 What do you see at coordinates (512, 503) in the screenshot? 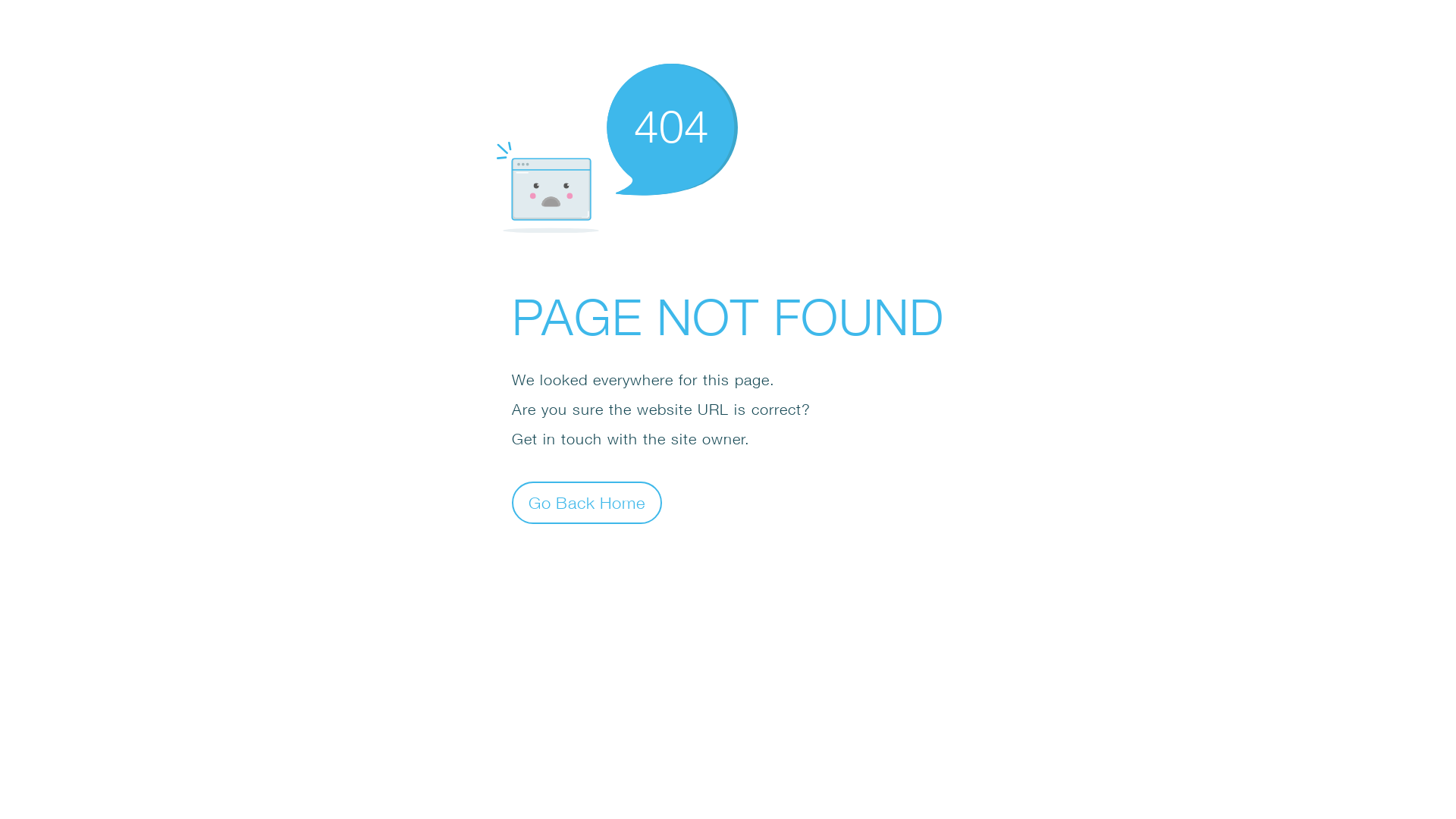
I see `'Go Back Home'` at bounding box center [512, 503].